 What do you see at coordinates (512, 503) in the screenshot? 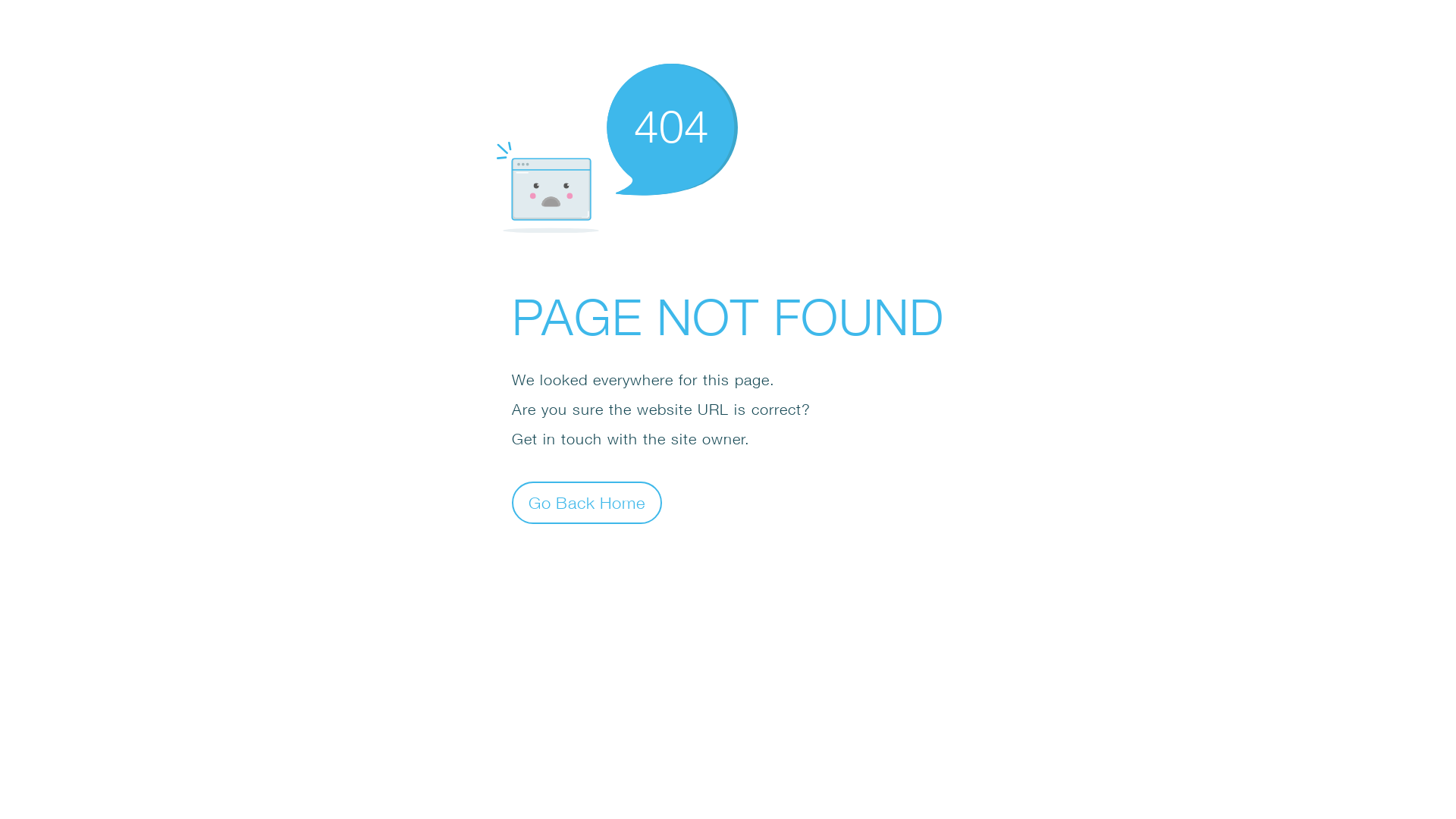
I see `'Go Back Home'` at bounding box center [512, 503].